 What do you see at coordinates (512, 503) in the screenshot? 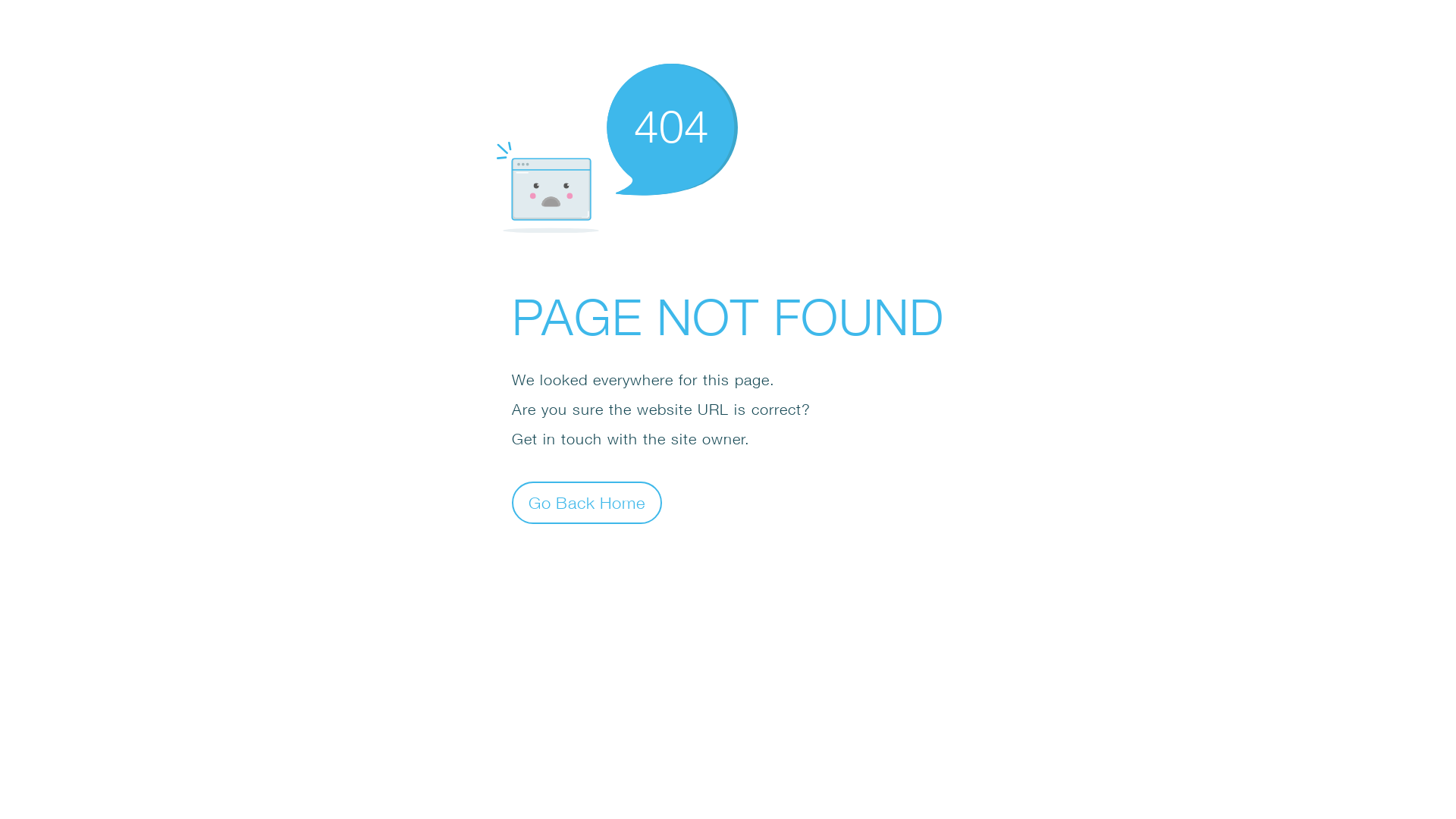
I see `'Go Back Home'` at bounding box center [512, 503].